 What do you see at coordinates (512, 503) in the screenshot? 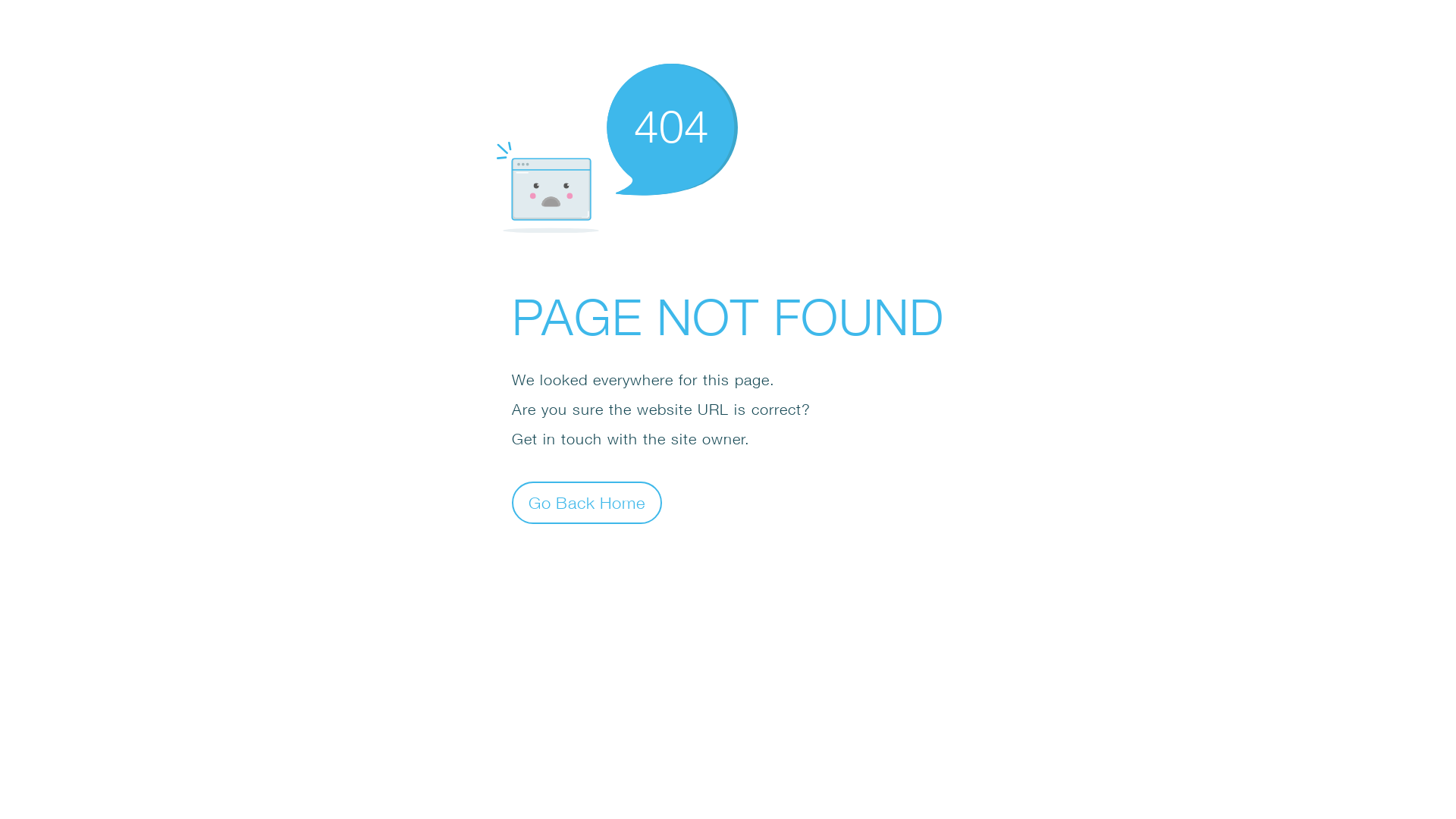
I see `'Go Back Home'` at bounding box center [512, 503].